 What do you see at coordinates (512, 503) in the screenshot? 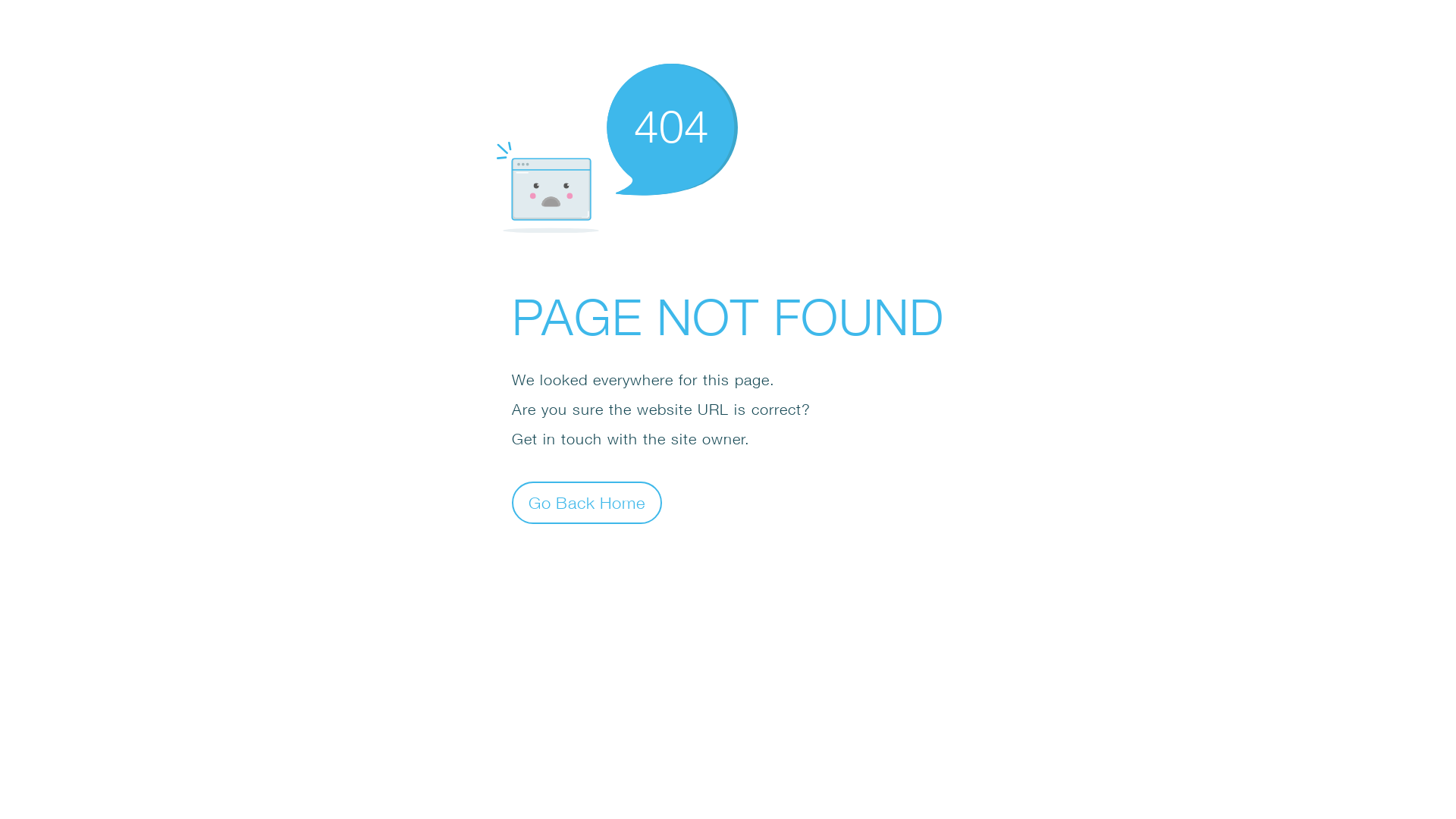
I see `'Go Back Home'` at bounding box center [512, 503].